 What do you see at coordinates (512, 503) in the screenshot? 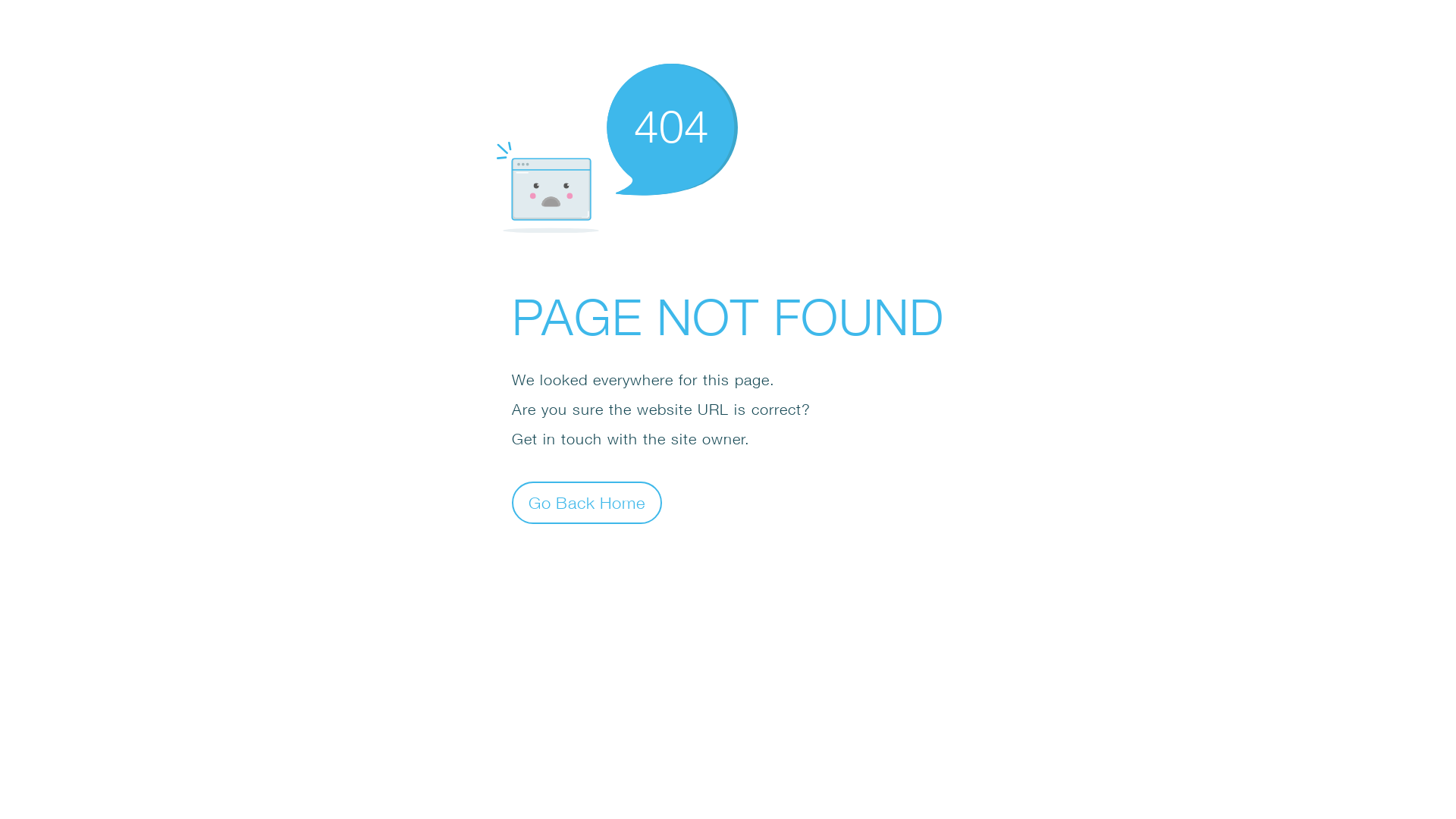
I see `'Go Back Home'` at bounding box center [512, 503].